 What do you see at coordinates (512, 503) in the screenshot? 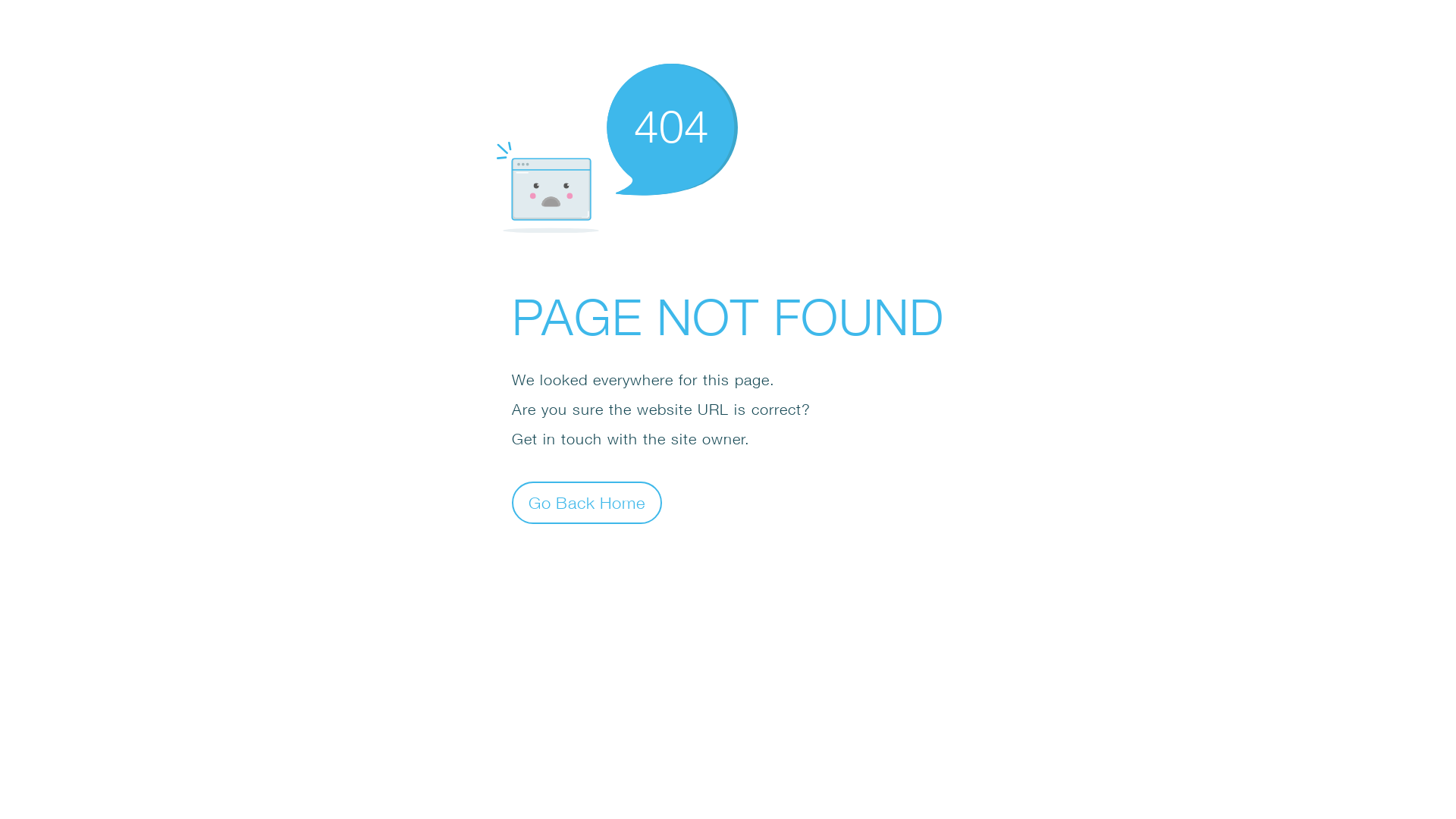
I see `'Go Back Home'` at bounding box center [512, 503].